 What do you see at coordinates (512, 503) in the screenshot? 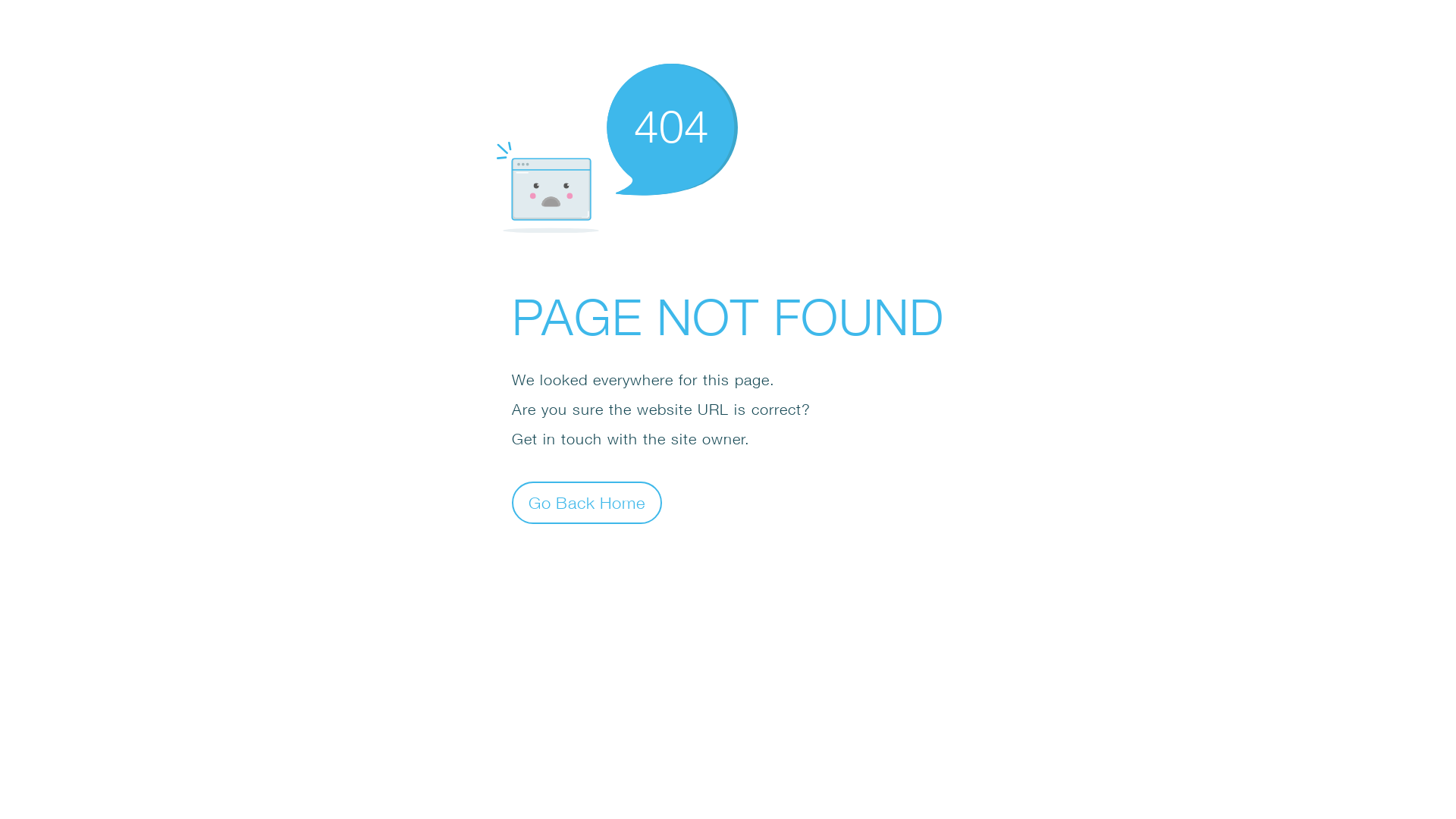
I see `'Go Back Home'` at bounding box center [512, 503].